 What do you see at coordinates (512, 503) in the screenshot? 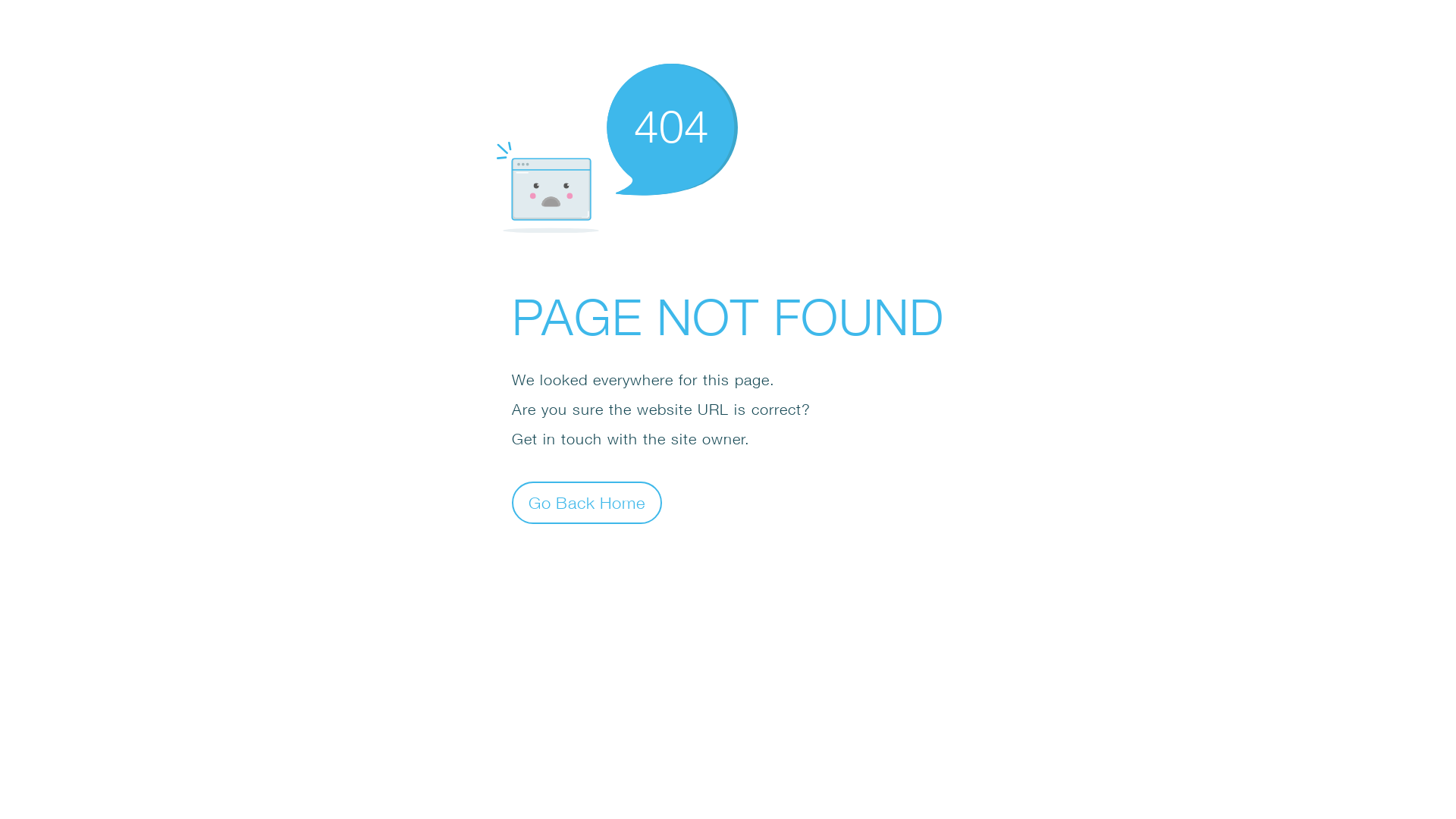
I see `'Go Back Home'` at bounding box center [512, 503].